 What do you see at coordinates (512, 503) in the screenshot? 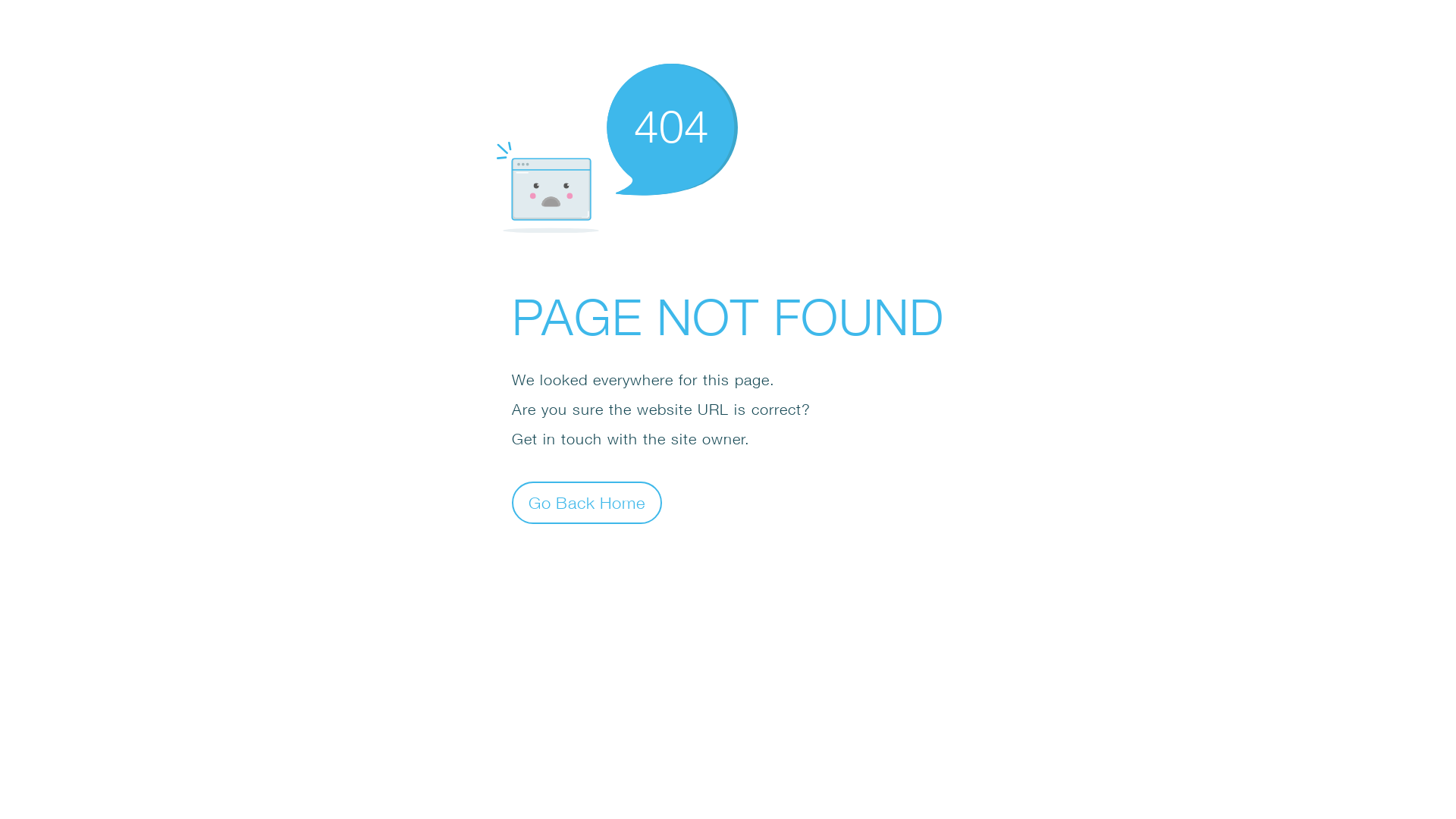
I see `'Go Back Home'` at bounding box center [512, 503].